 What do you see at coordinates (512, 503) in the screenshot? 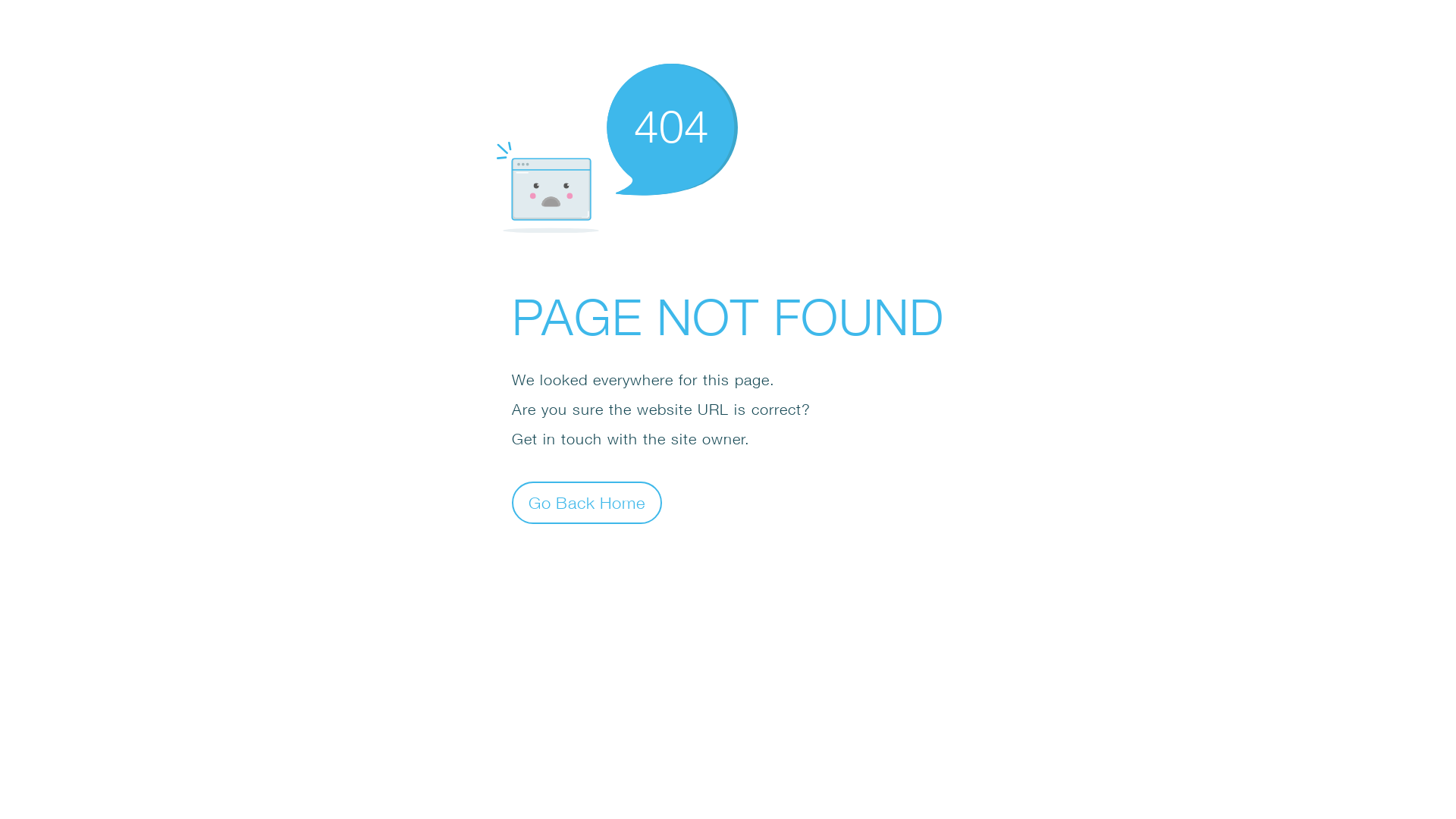
I see `'Go Back Home'` at bounding box center [512, 503].